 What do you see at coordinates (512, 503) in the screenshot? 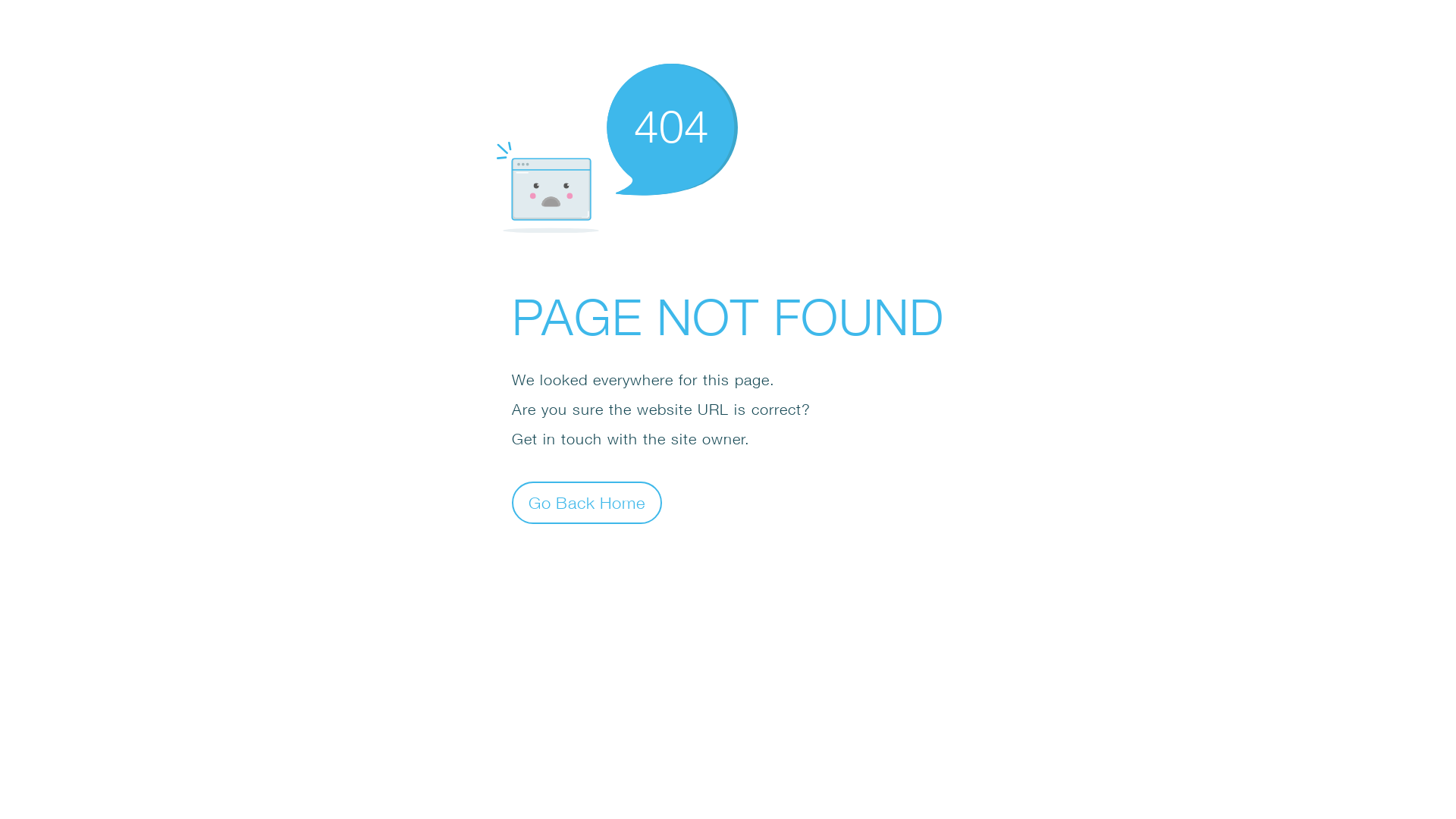
I see `'Go Back Home'` at bounding box center [512, 503].